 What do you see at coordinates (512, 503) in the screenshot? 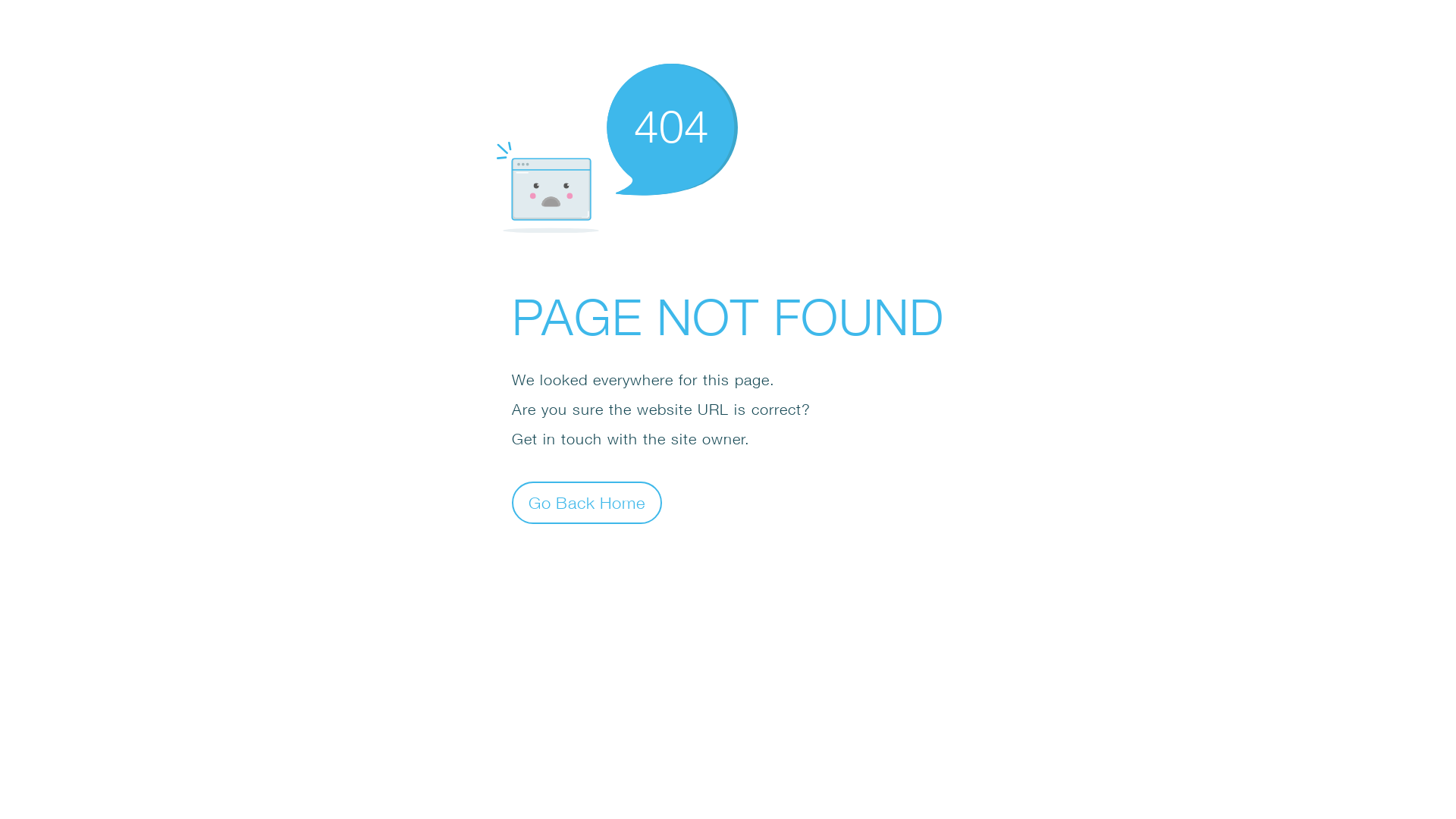
I see `'Go Back Home'` at bounding box center [512, 503].